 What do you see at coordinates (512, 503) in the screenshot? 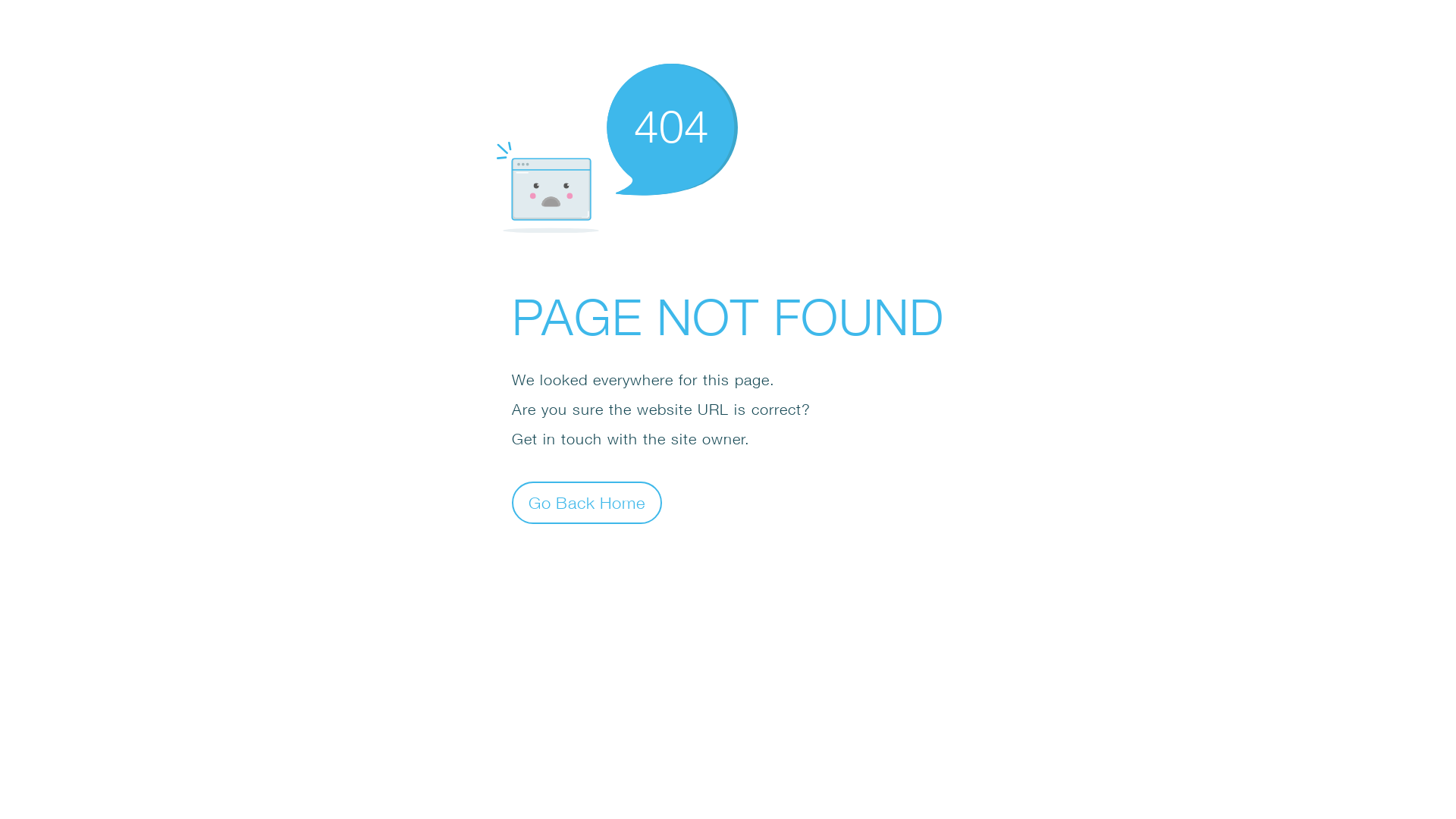
I see `'Go Back Home'` at bounding box center [512, 503].